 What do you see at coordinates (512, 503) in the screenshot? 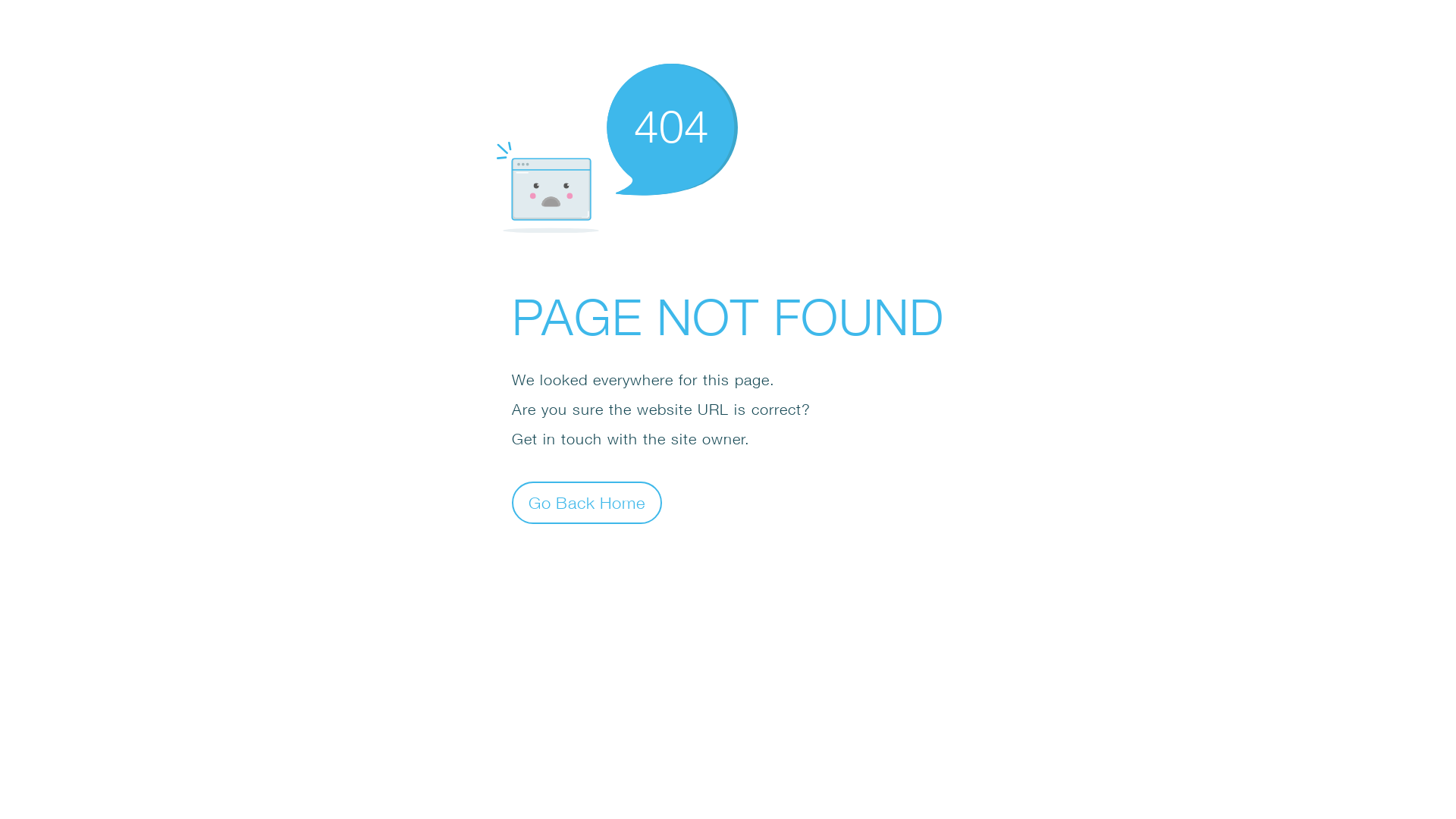
I see `'Go Back Home'` at bounding box center [512, 503].